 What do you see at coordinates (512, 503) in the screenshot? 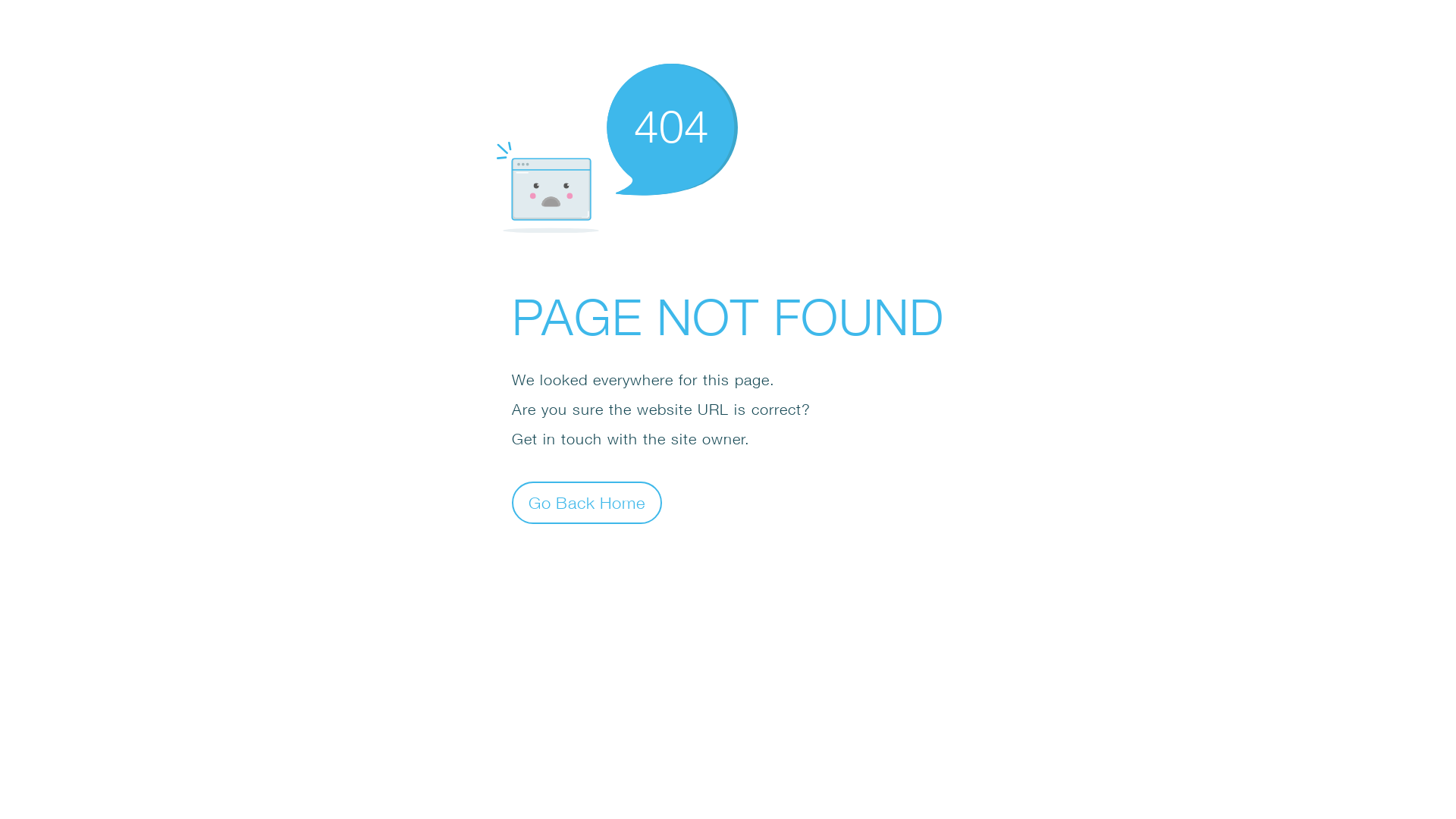
I see `'Go Back Home'` at bounding box center [512, 503].